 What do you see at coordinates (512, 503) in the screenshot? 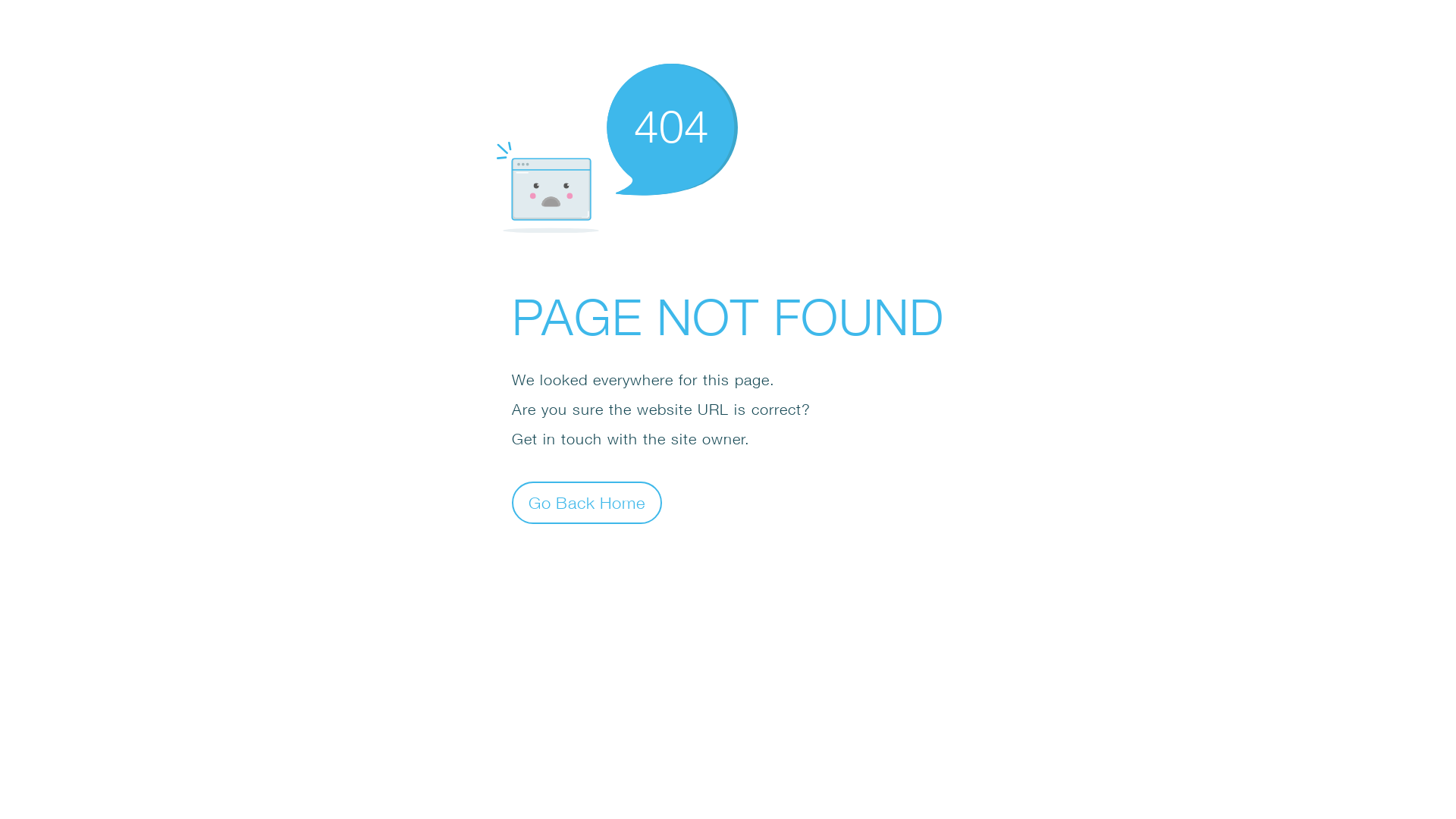
I see `'Go Back Home'` at bounding box center [512, 503].